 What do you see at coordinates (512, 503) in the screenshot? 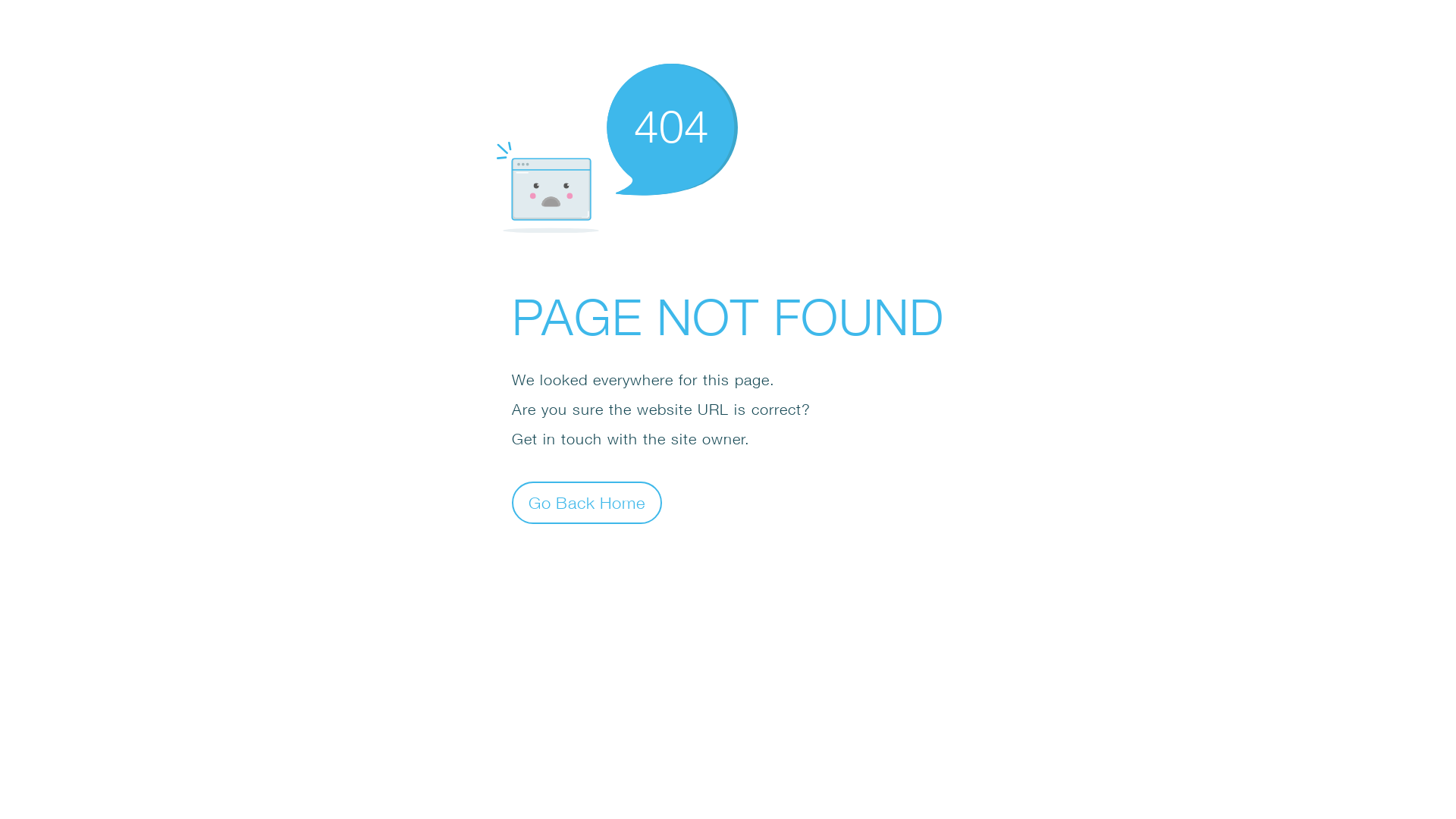
I see `'Go Back Home'` at bounding box center [512, 503].